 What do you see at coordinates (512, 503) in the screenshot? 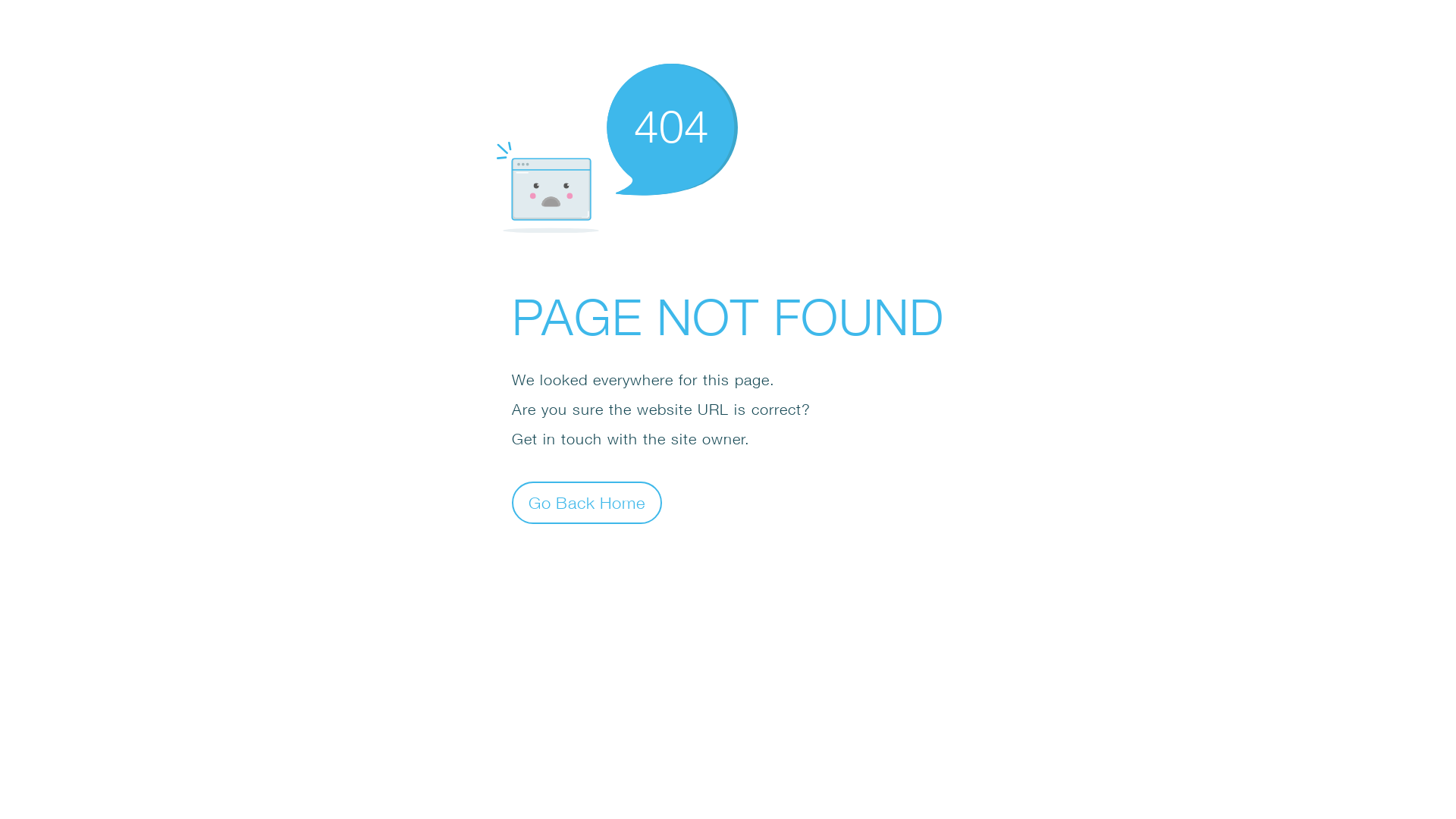
I see `'Go Back Home'` at bounding box center [512, 503].